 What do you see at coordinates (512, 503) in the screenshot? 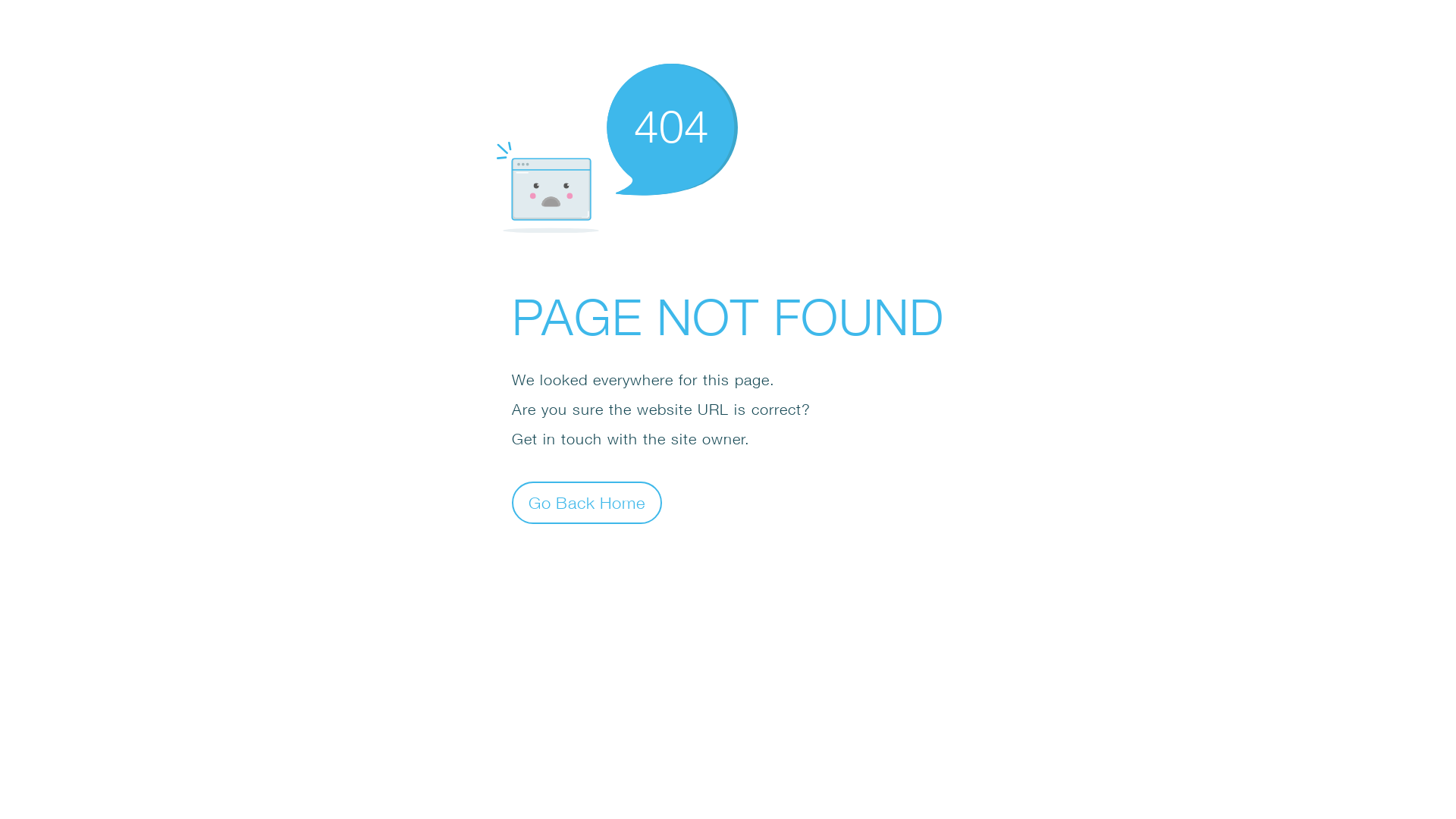
I see `'Go Back Home'` at bounding box center [512, 503].